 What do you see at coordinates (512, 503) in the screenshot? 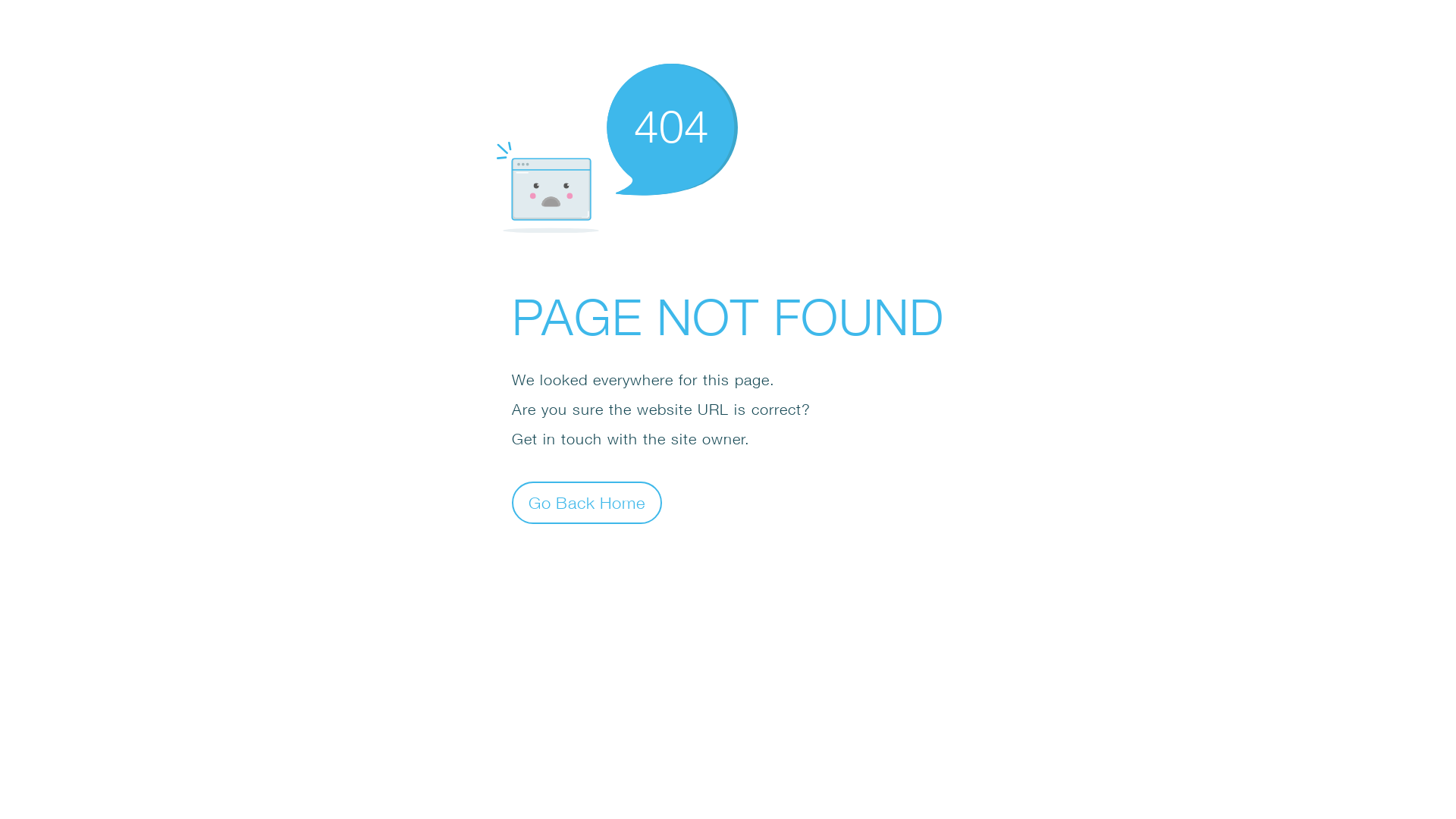
I see `'Go Back Home'` at bounding box center [512, 503].